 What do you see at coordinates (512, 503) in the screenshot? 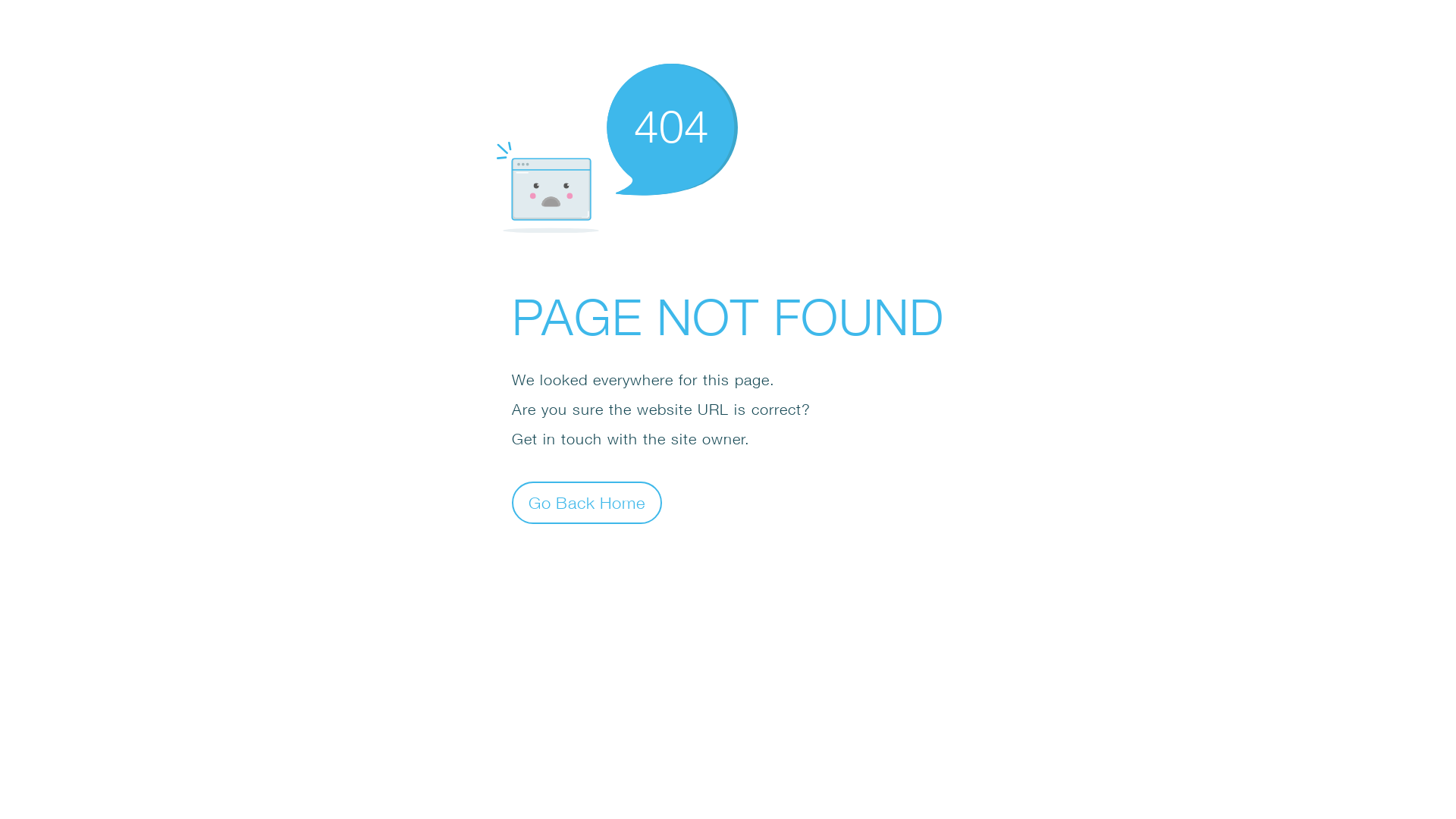
I see `'Go Back Home'` at bounding box center [512, 503].